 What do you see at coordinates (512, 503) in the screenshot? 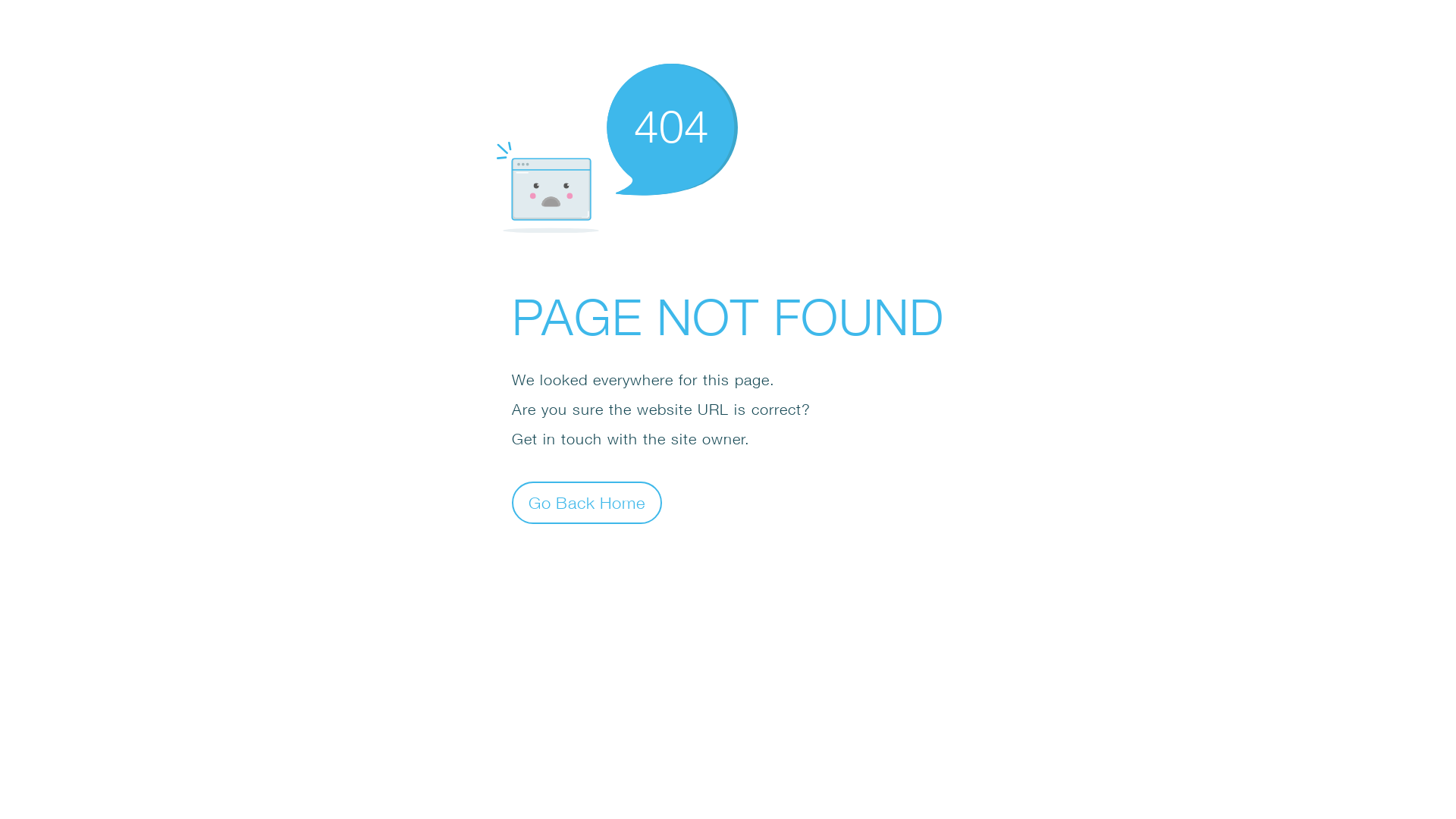
I see `'Go Back Home'` at bounding box center [512, 503].